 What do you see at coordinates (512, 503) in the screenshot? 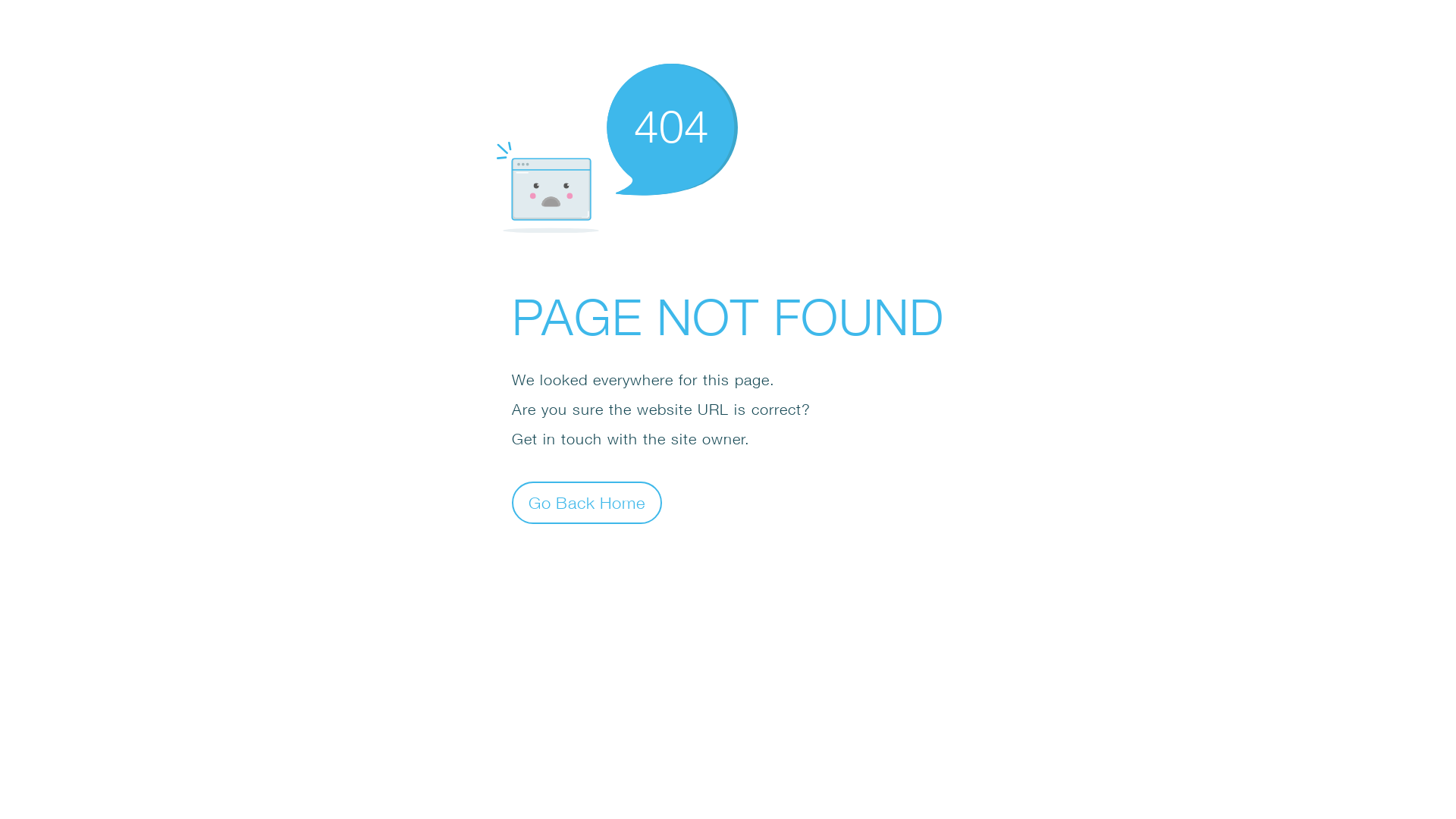
I see `'Go Back Home'` at bounding box center [512, 503].